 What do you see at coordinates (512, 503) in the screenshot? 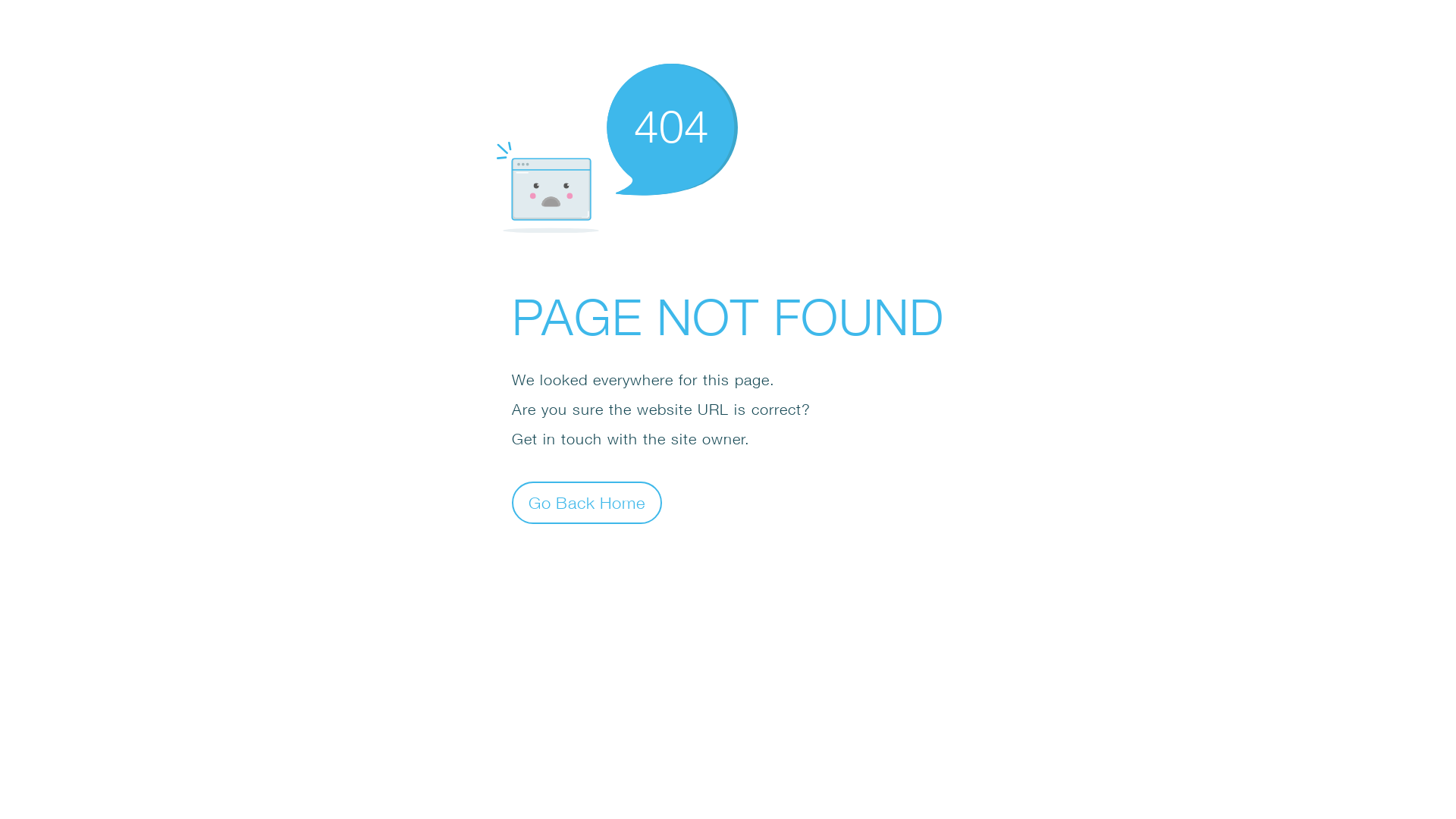
I see `'Go Back Home'` at bounding box center [512, 503].